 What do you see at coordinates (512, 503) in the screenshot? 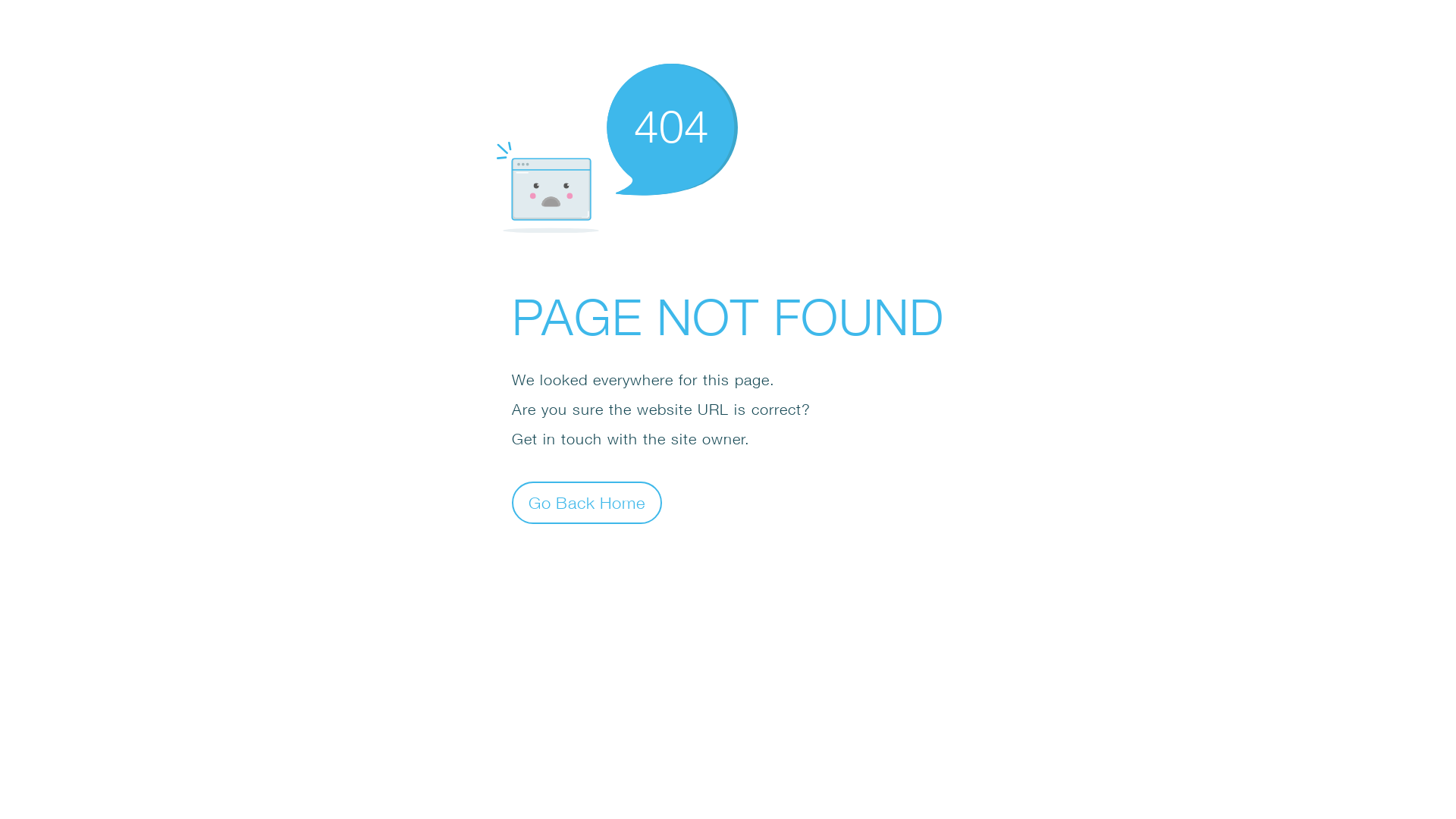
I see `'Go Back Home'` at bounding box center [512, 503].